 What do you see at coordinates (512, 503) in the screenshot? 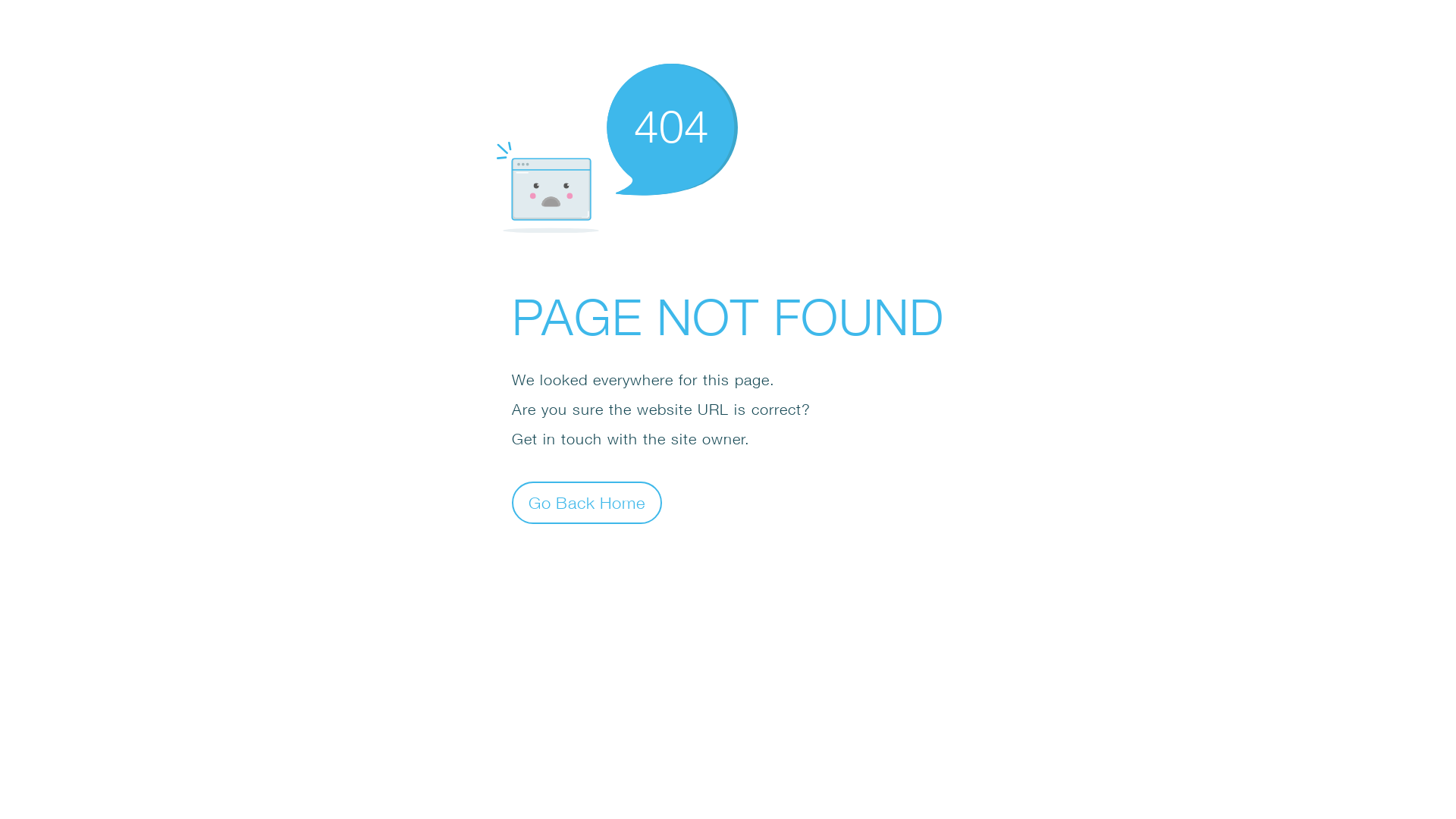
I see `'Go Back Home'` at bounding box center [512, 503].